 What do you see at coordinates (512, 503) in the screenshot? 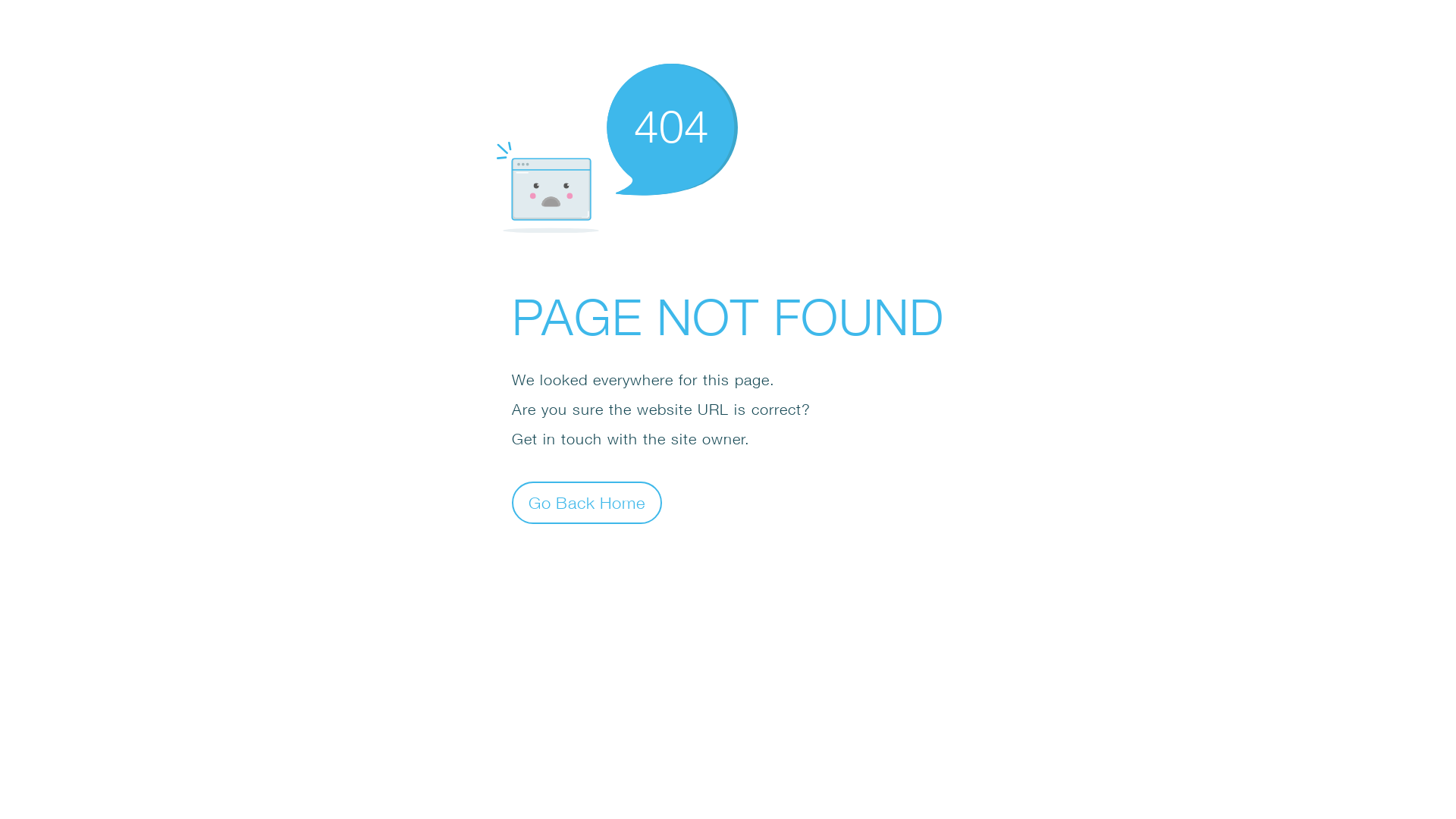
I see `'Go Back Home'` at bounding box center [512, 503].